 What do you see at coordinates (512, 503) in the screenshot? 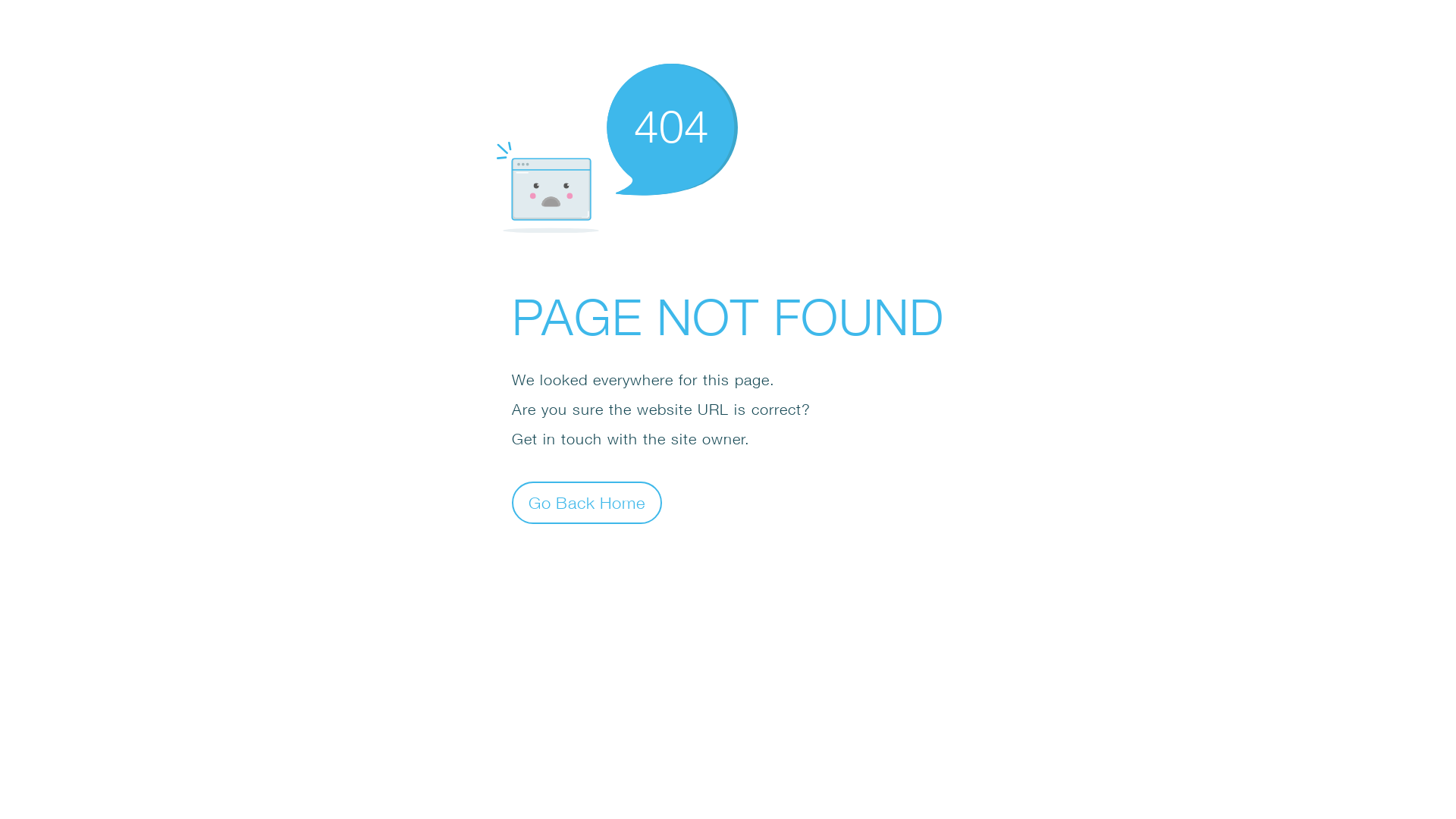
I see `'Go Back Home'` at bounding box center [512, 503].